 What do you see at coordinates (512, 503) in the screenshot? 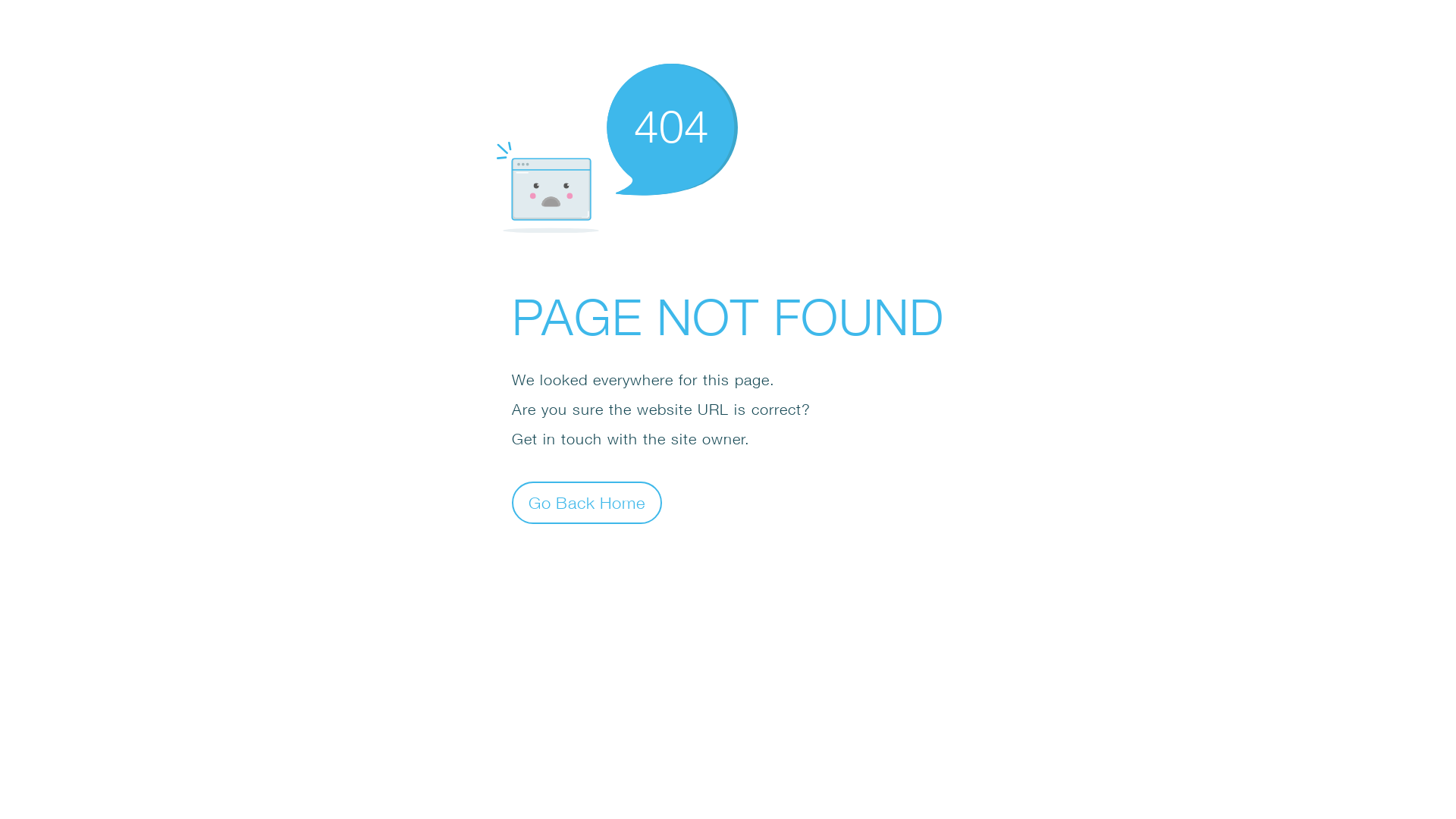
I see `'Go Back Home'` at bounding box center [512, 503].